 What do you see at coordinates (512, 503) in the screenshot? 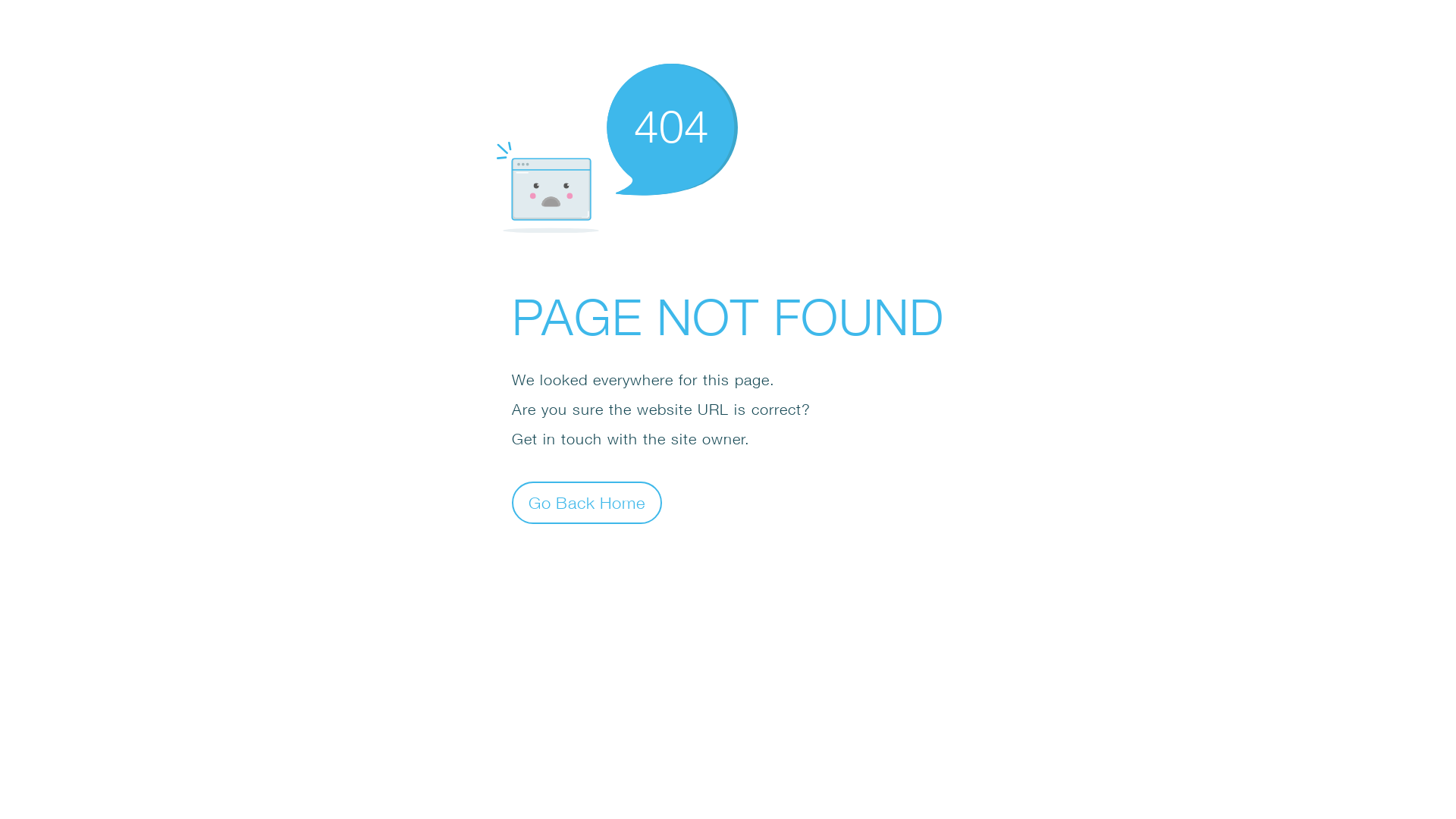
I see `'Go Back Home'` at bounding box center [512, 503].